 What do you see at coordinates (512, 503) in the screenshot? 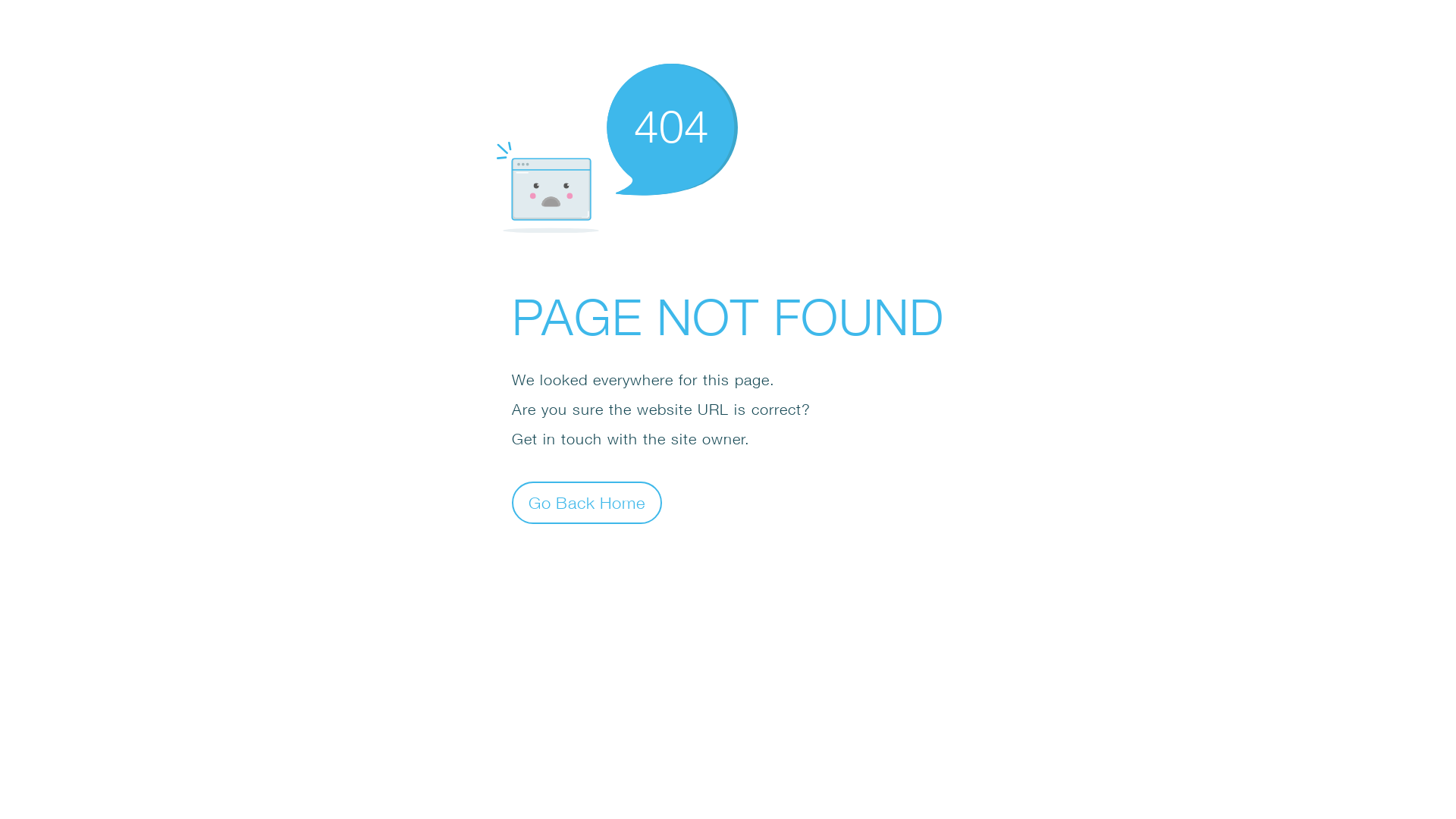
I see `'Go Back Home'` at bounding box center [512, 503].